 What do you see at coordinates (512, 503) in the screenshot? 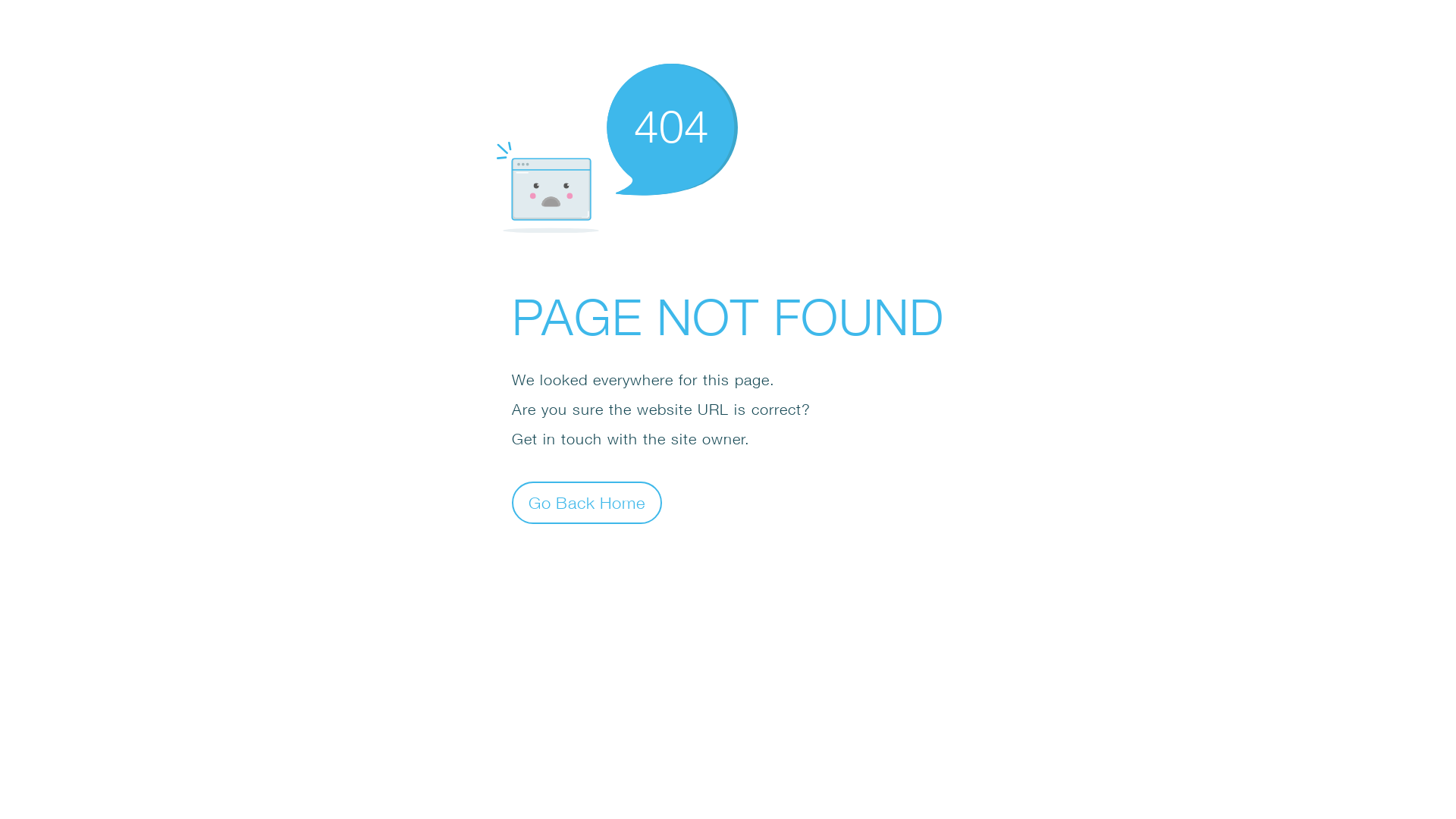
I see `'Go Back Home'` at bounding box center [512, 503].